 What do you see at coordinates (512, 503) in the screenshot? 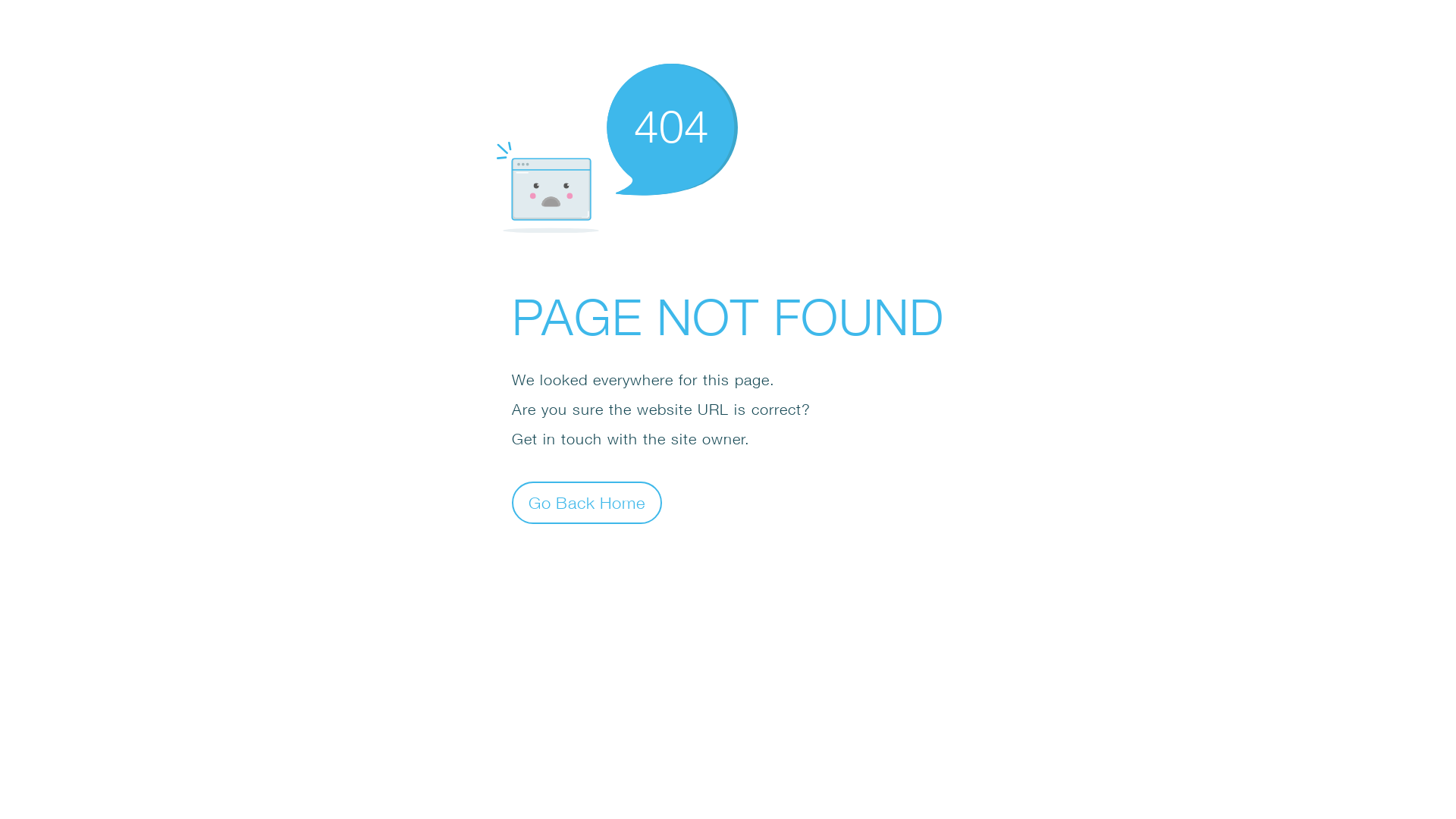
I see `'Go Back Home'` at bounding box center [512, 503].